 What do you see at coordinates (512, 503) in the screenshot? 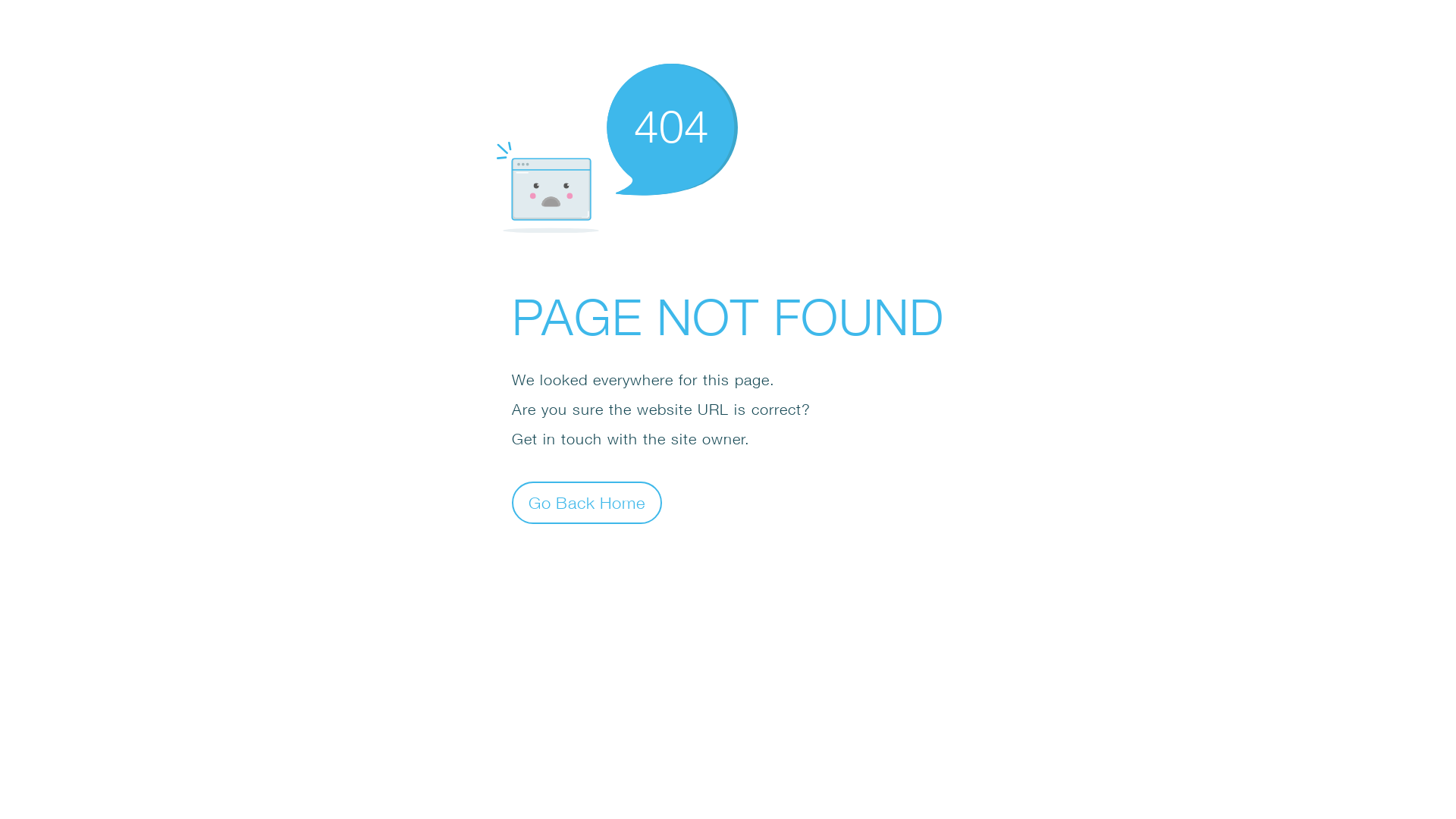
I see `'Go Back Home'` at bounding box center [512, 503].